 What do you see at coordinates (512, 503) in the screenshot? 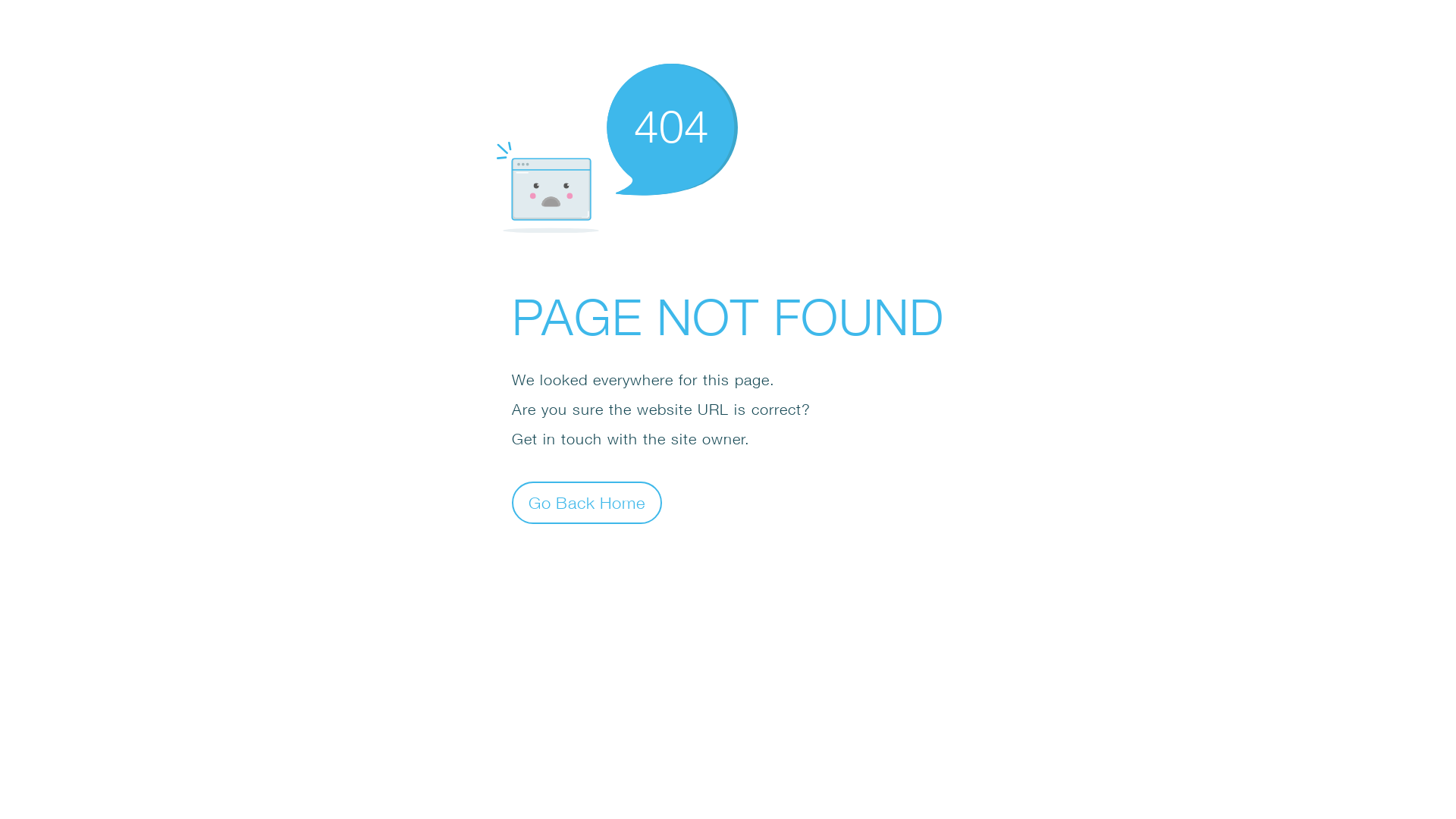
I see `'Go Back Home'` at bounding box center [512, 503].